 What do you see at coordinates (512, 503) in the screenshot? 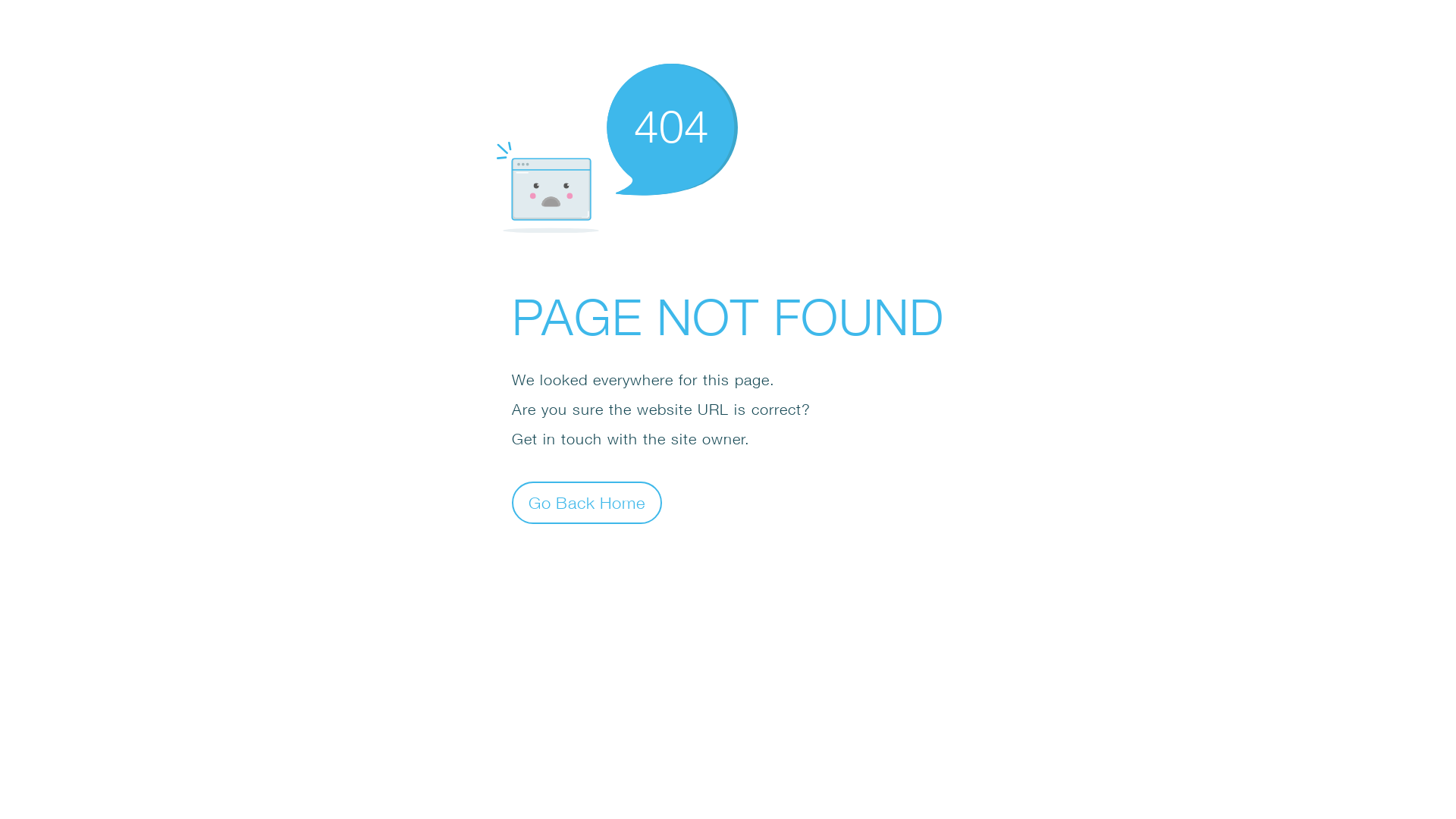
I see `'Go Back Home'` at bounding box center [512, 503].